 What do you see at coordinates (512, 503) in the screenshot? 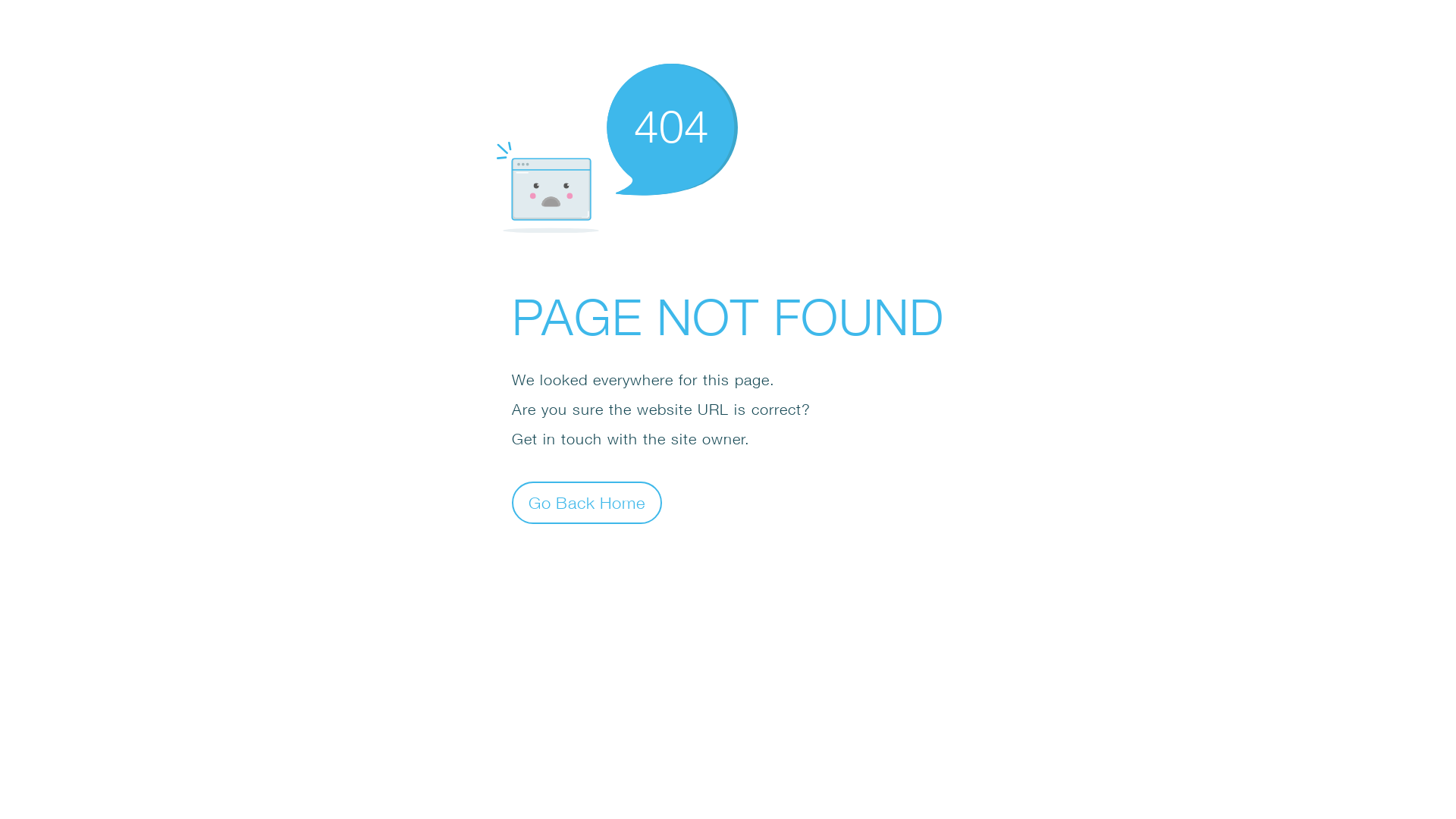
I see `'Go Back Home'` at bounding box center [512, 503].